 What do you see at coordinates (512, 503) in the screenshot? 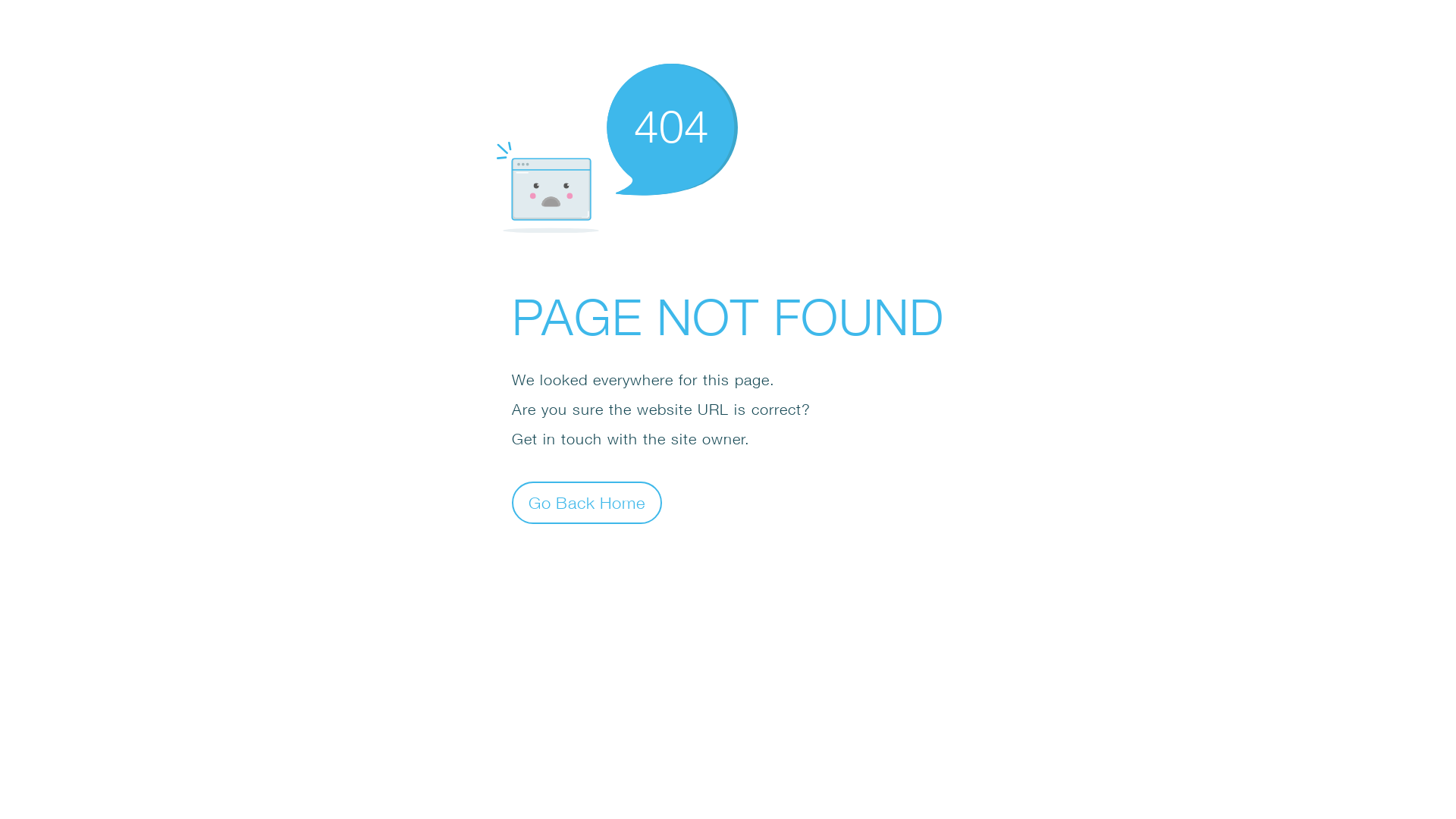
I see `'Go Back Home'` at bounding box center [512, 503].